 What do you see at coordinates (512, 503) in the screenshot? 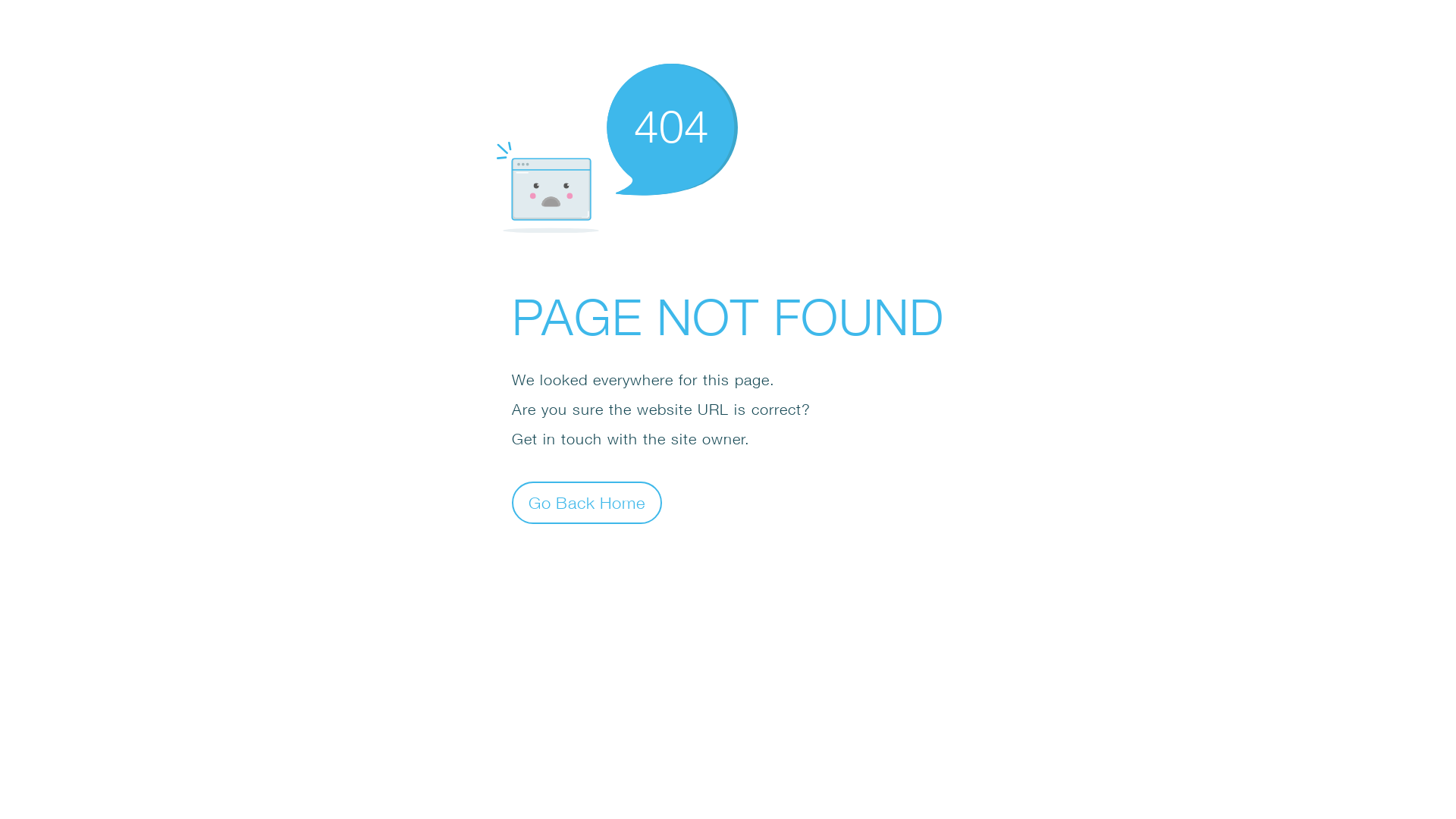
I see `'Go Back Home'` at bounding box center [512, 503].